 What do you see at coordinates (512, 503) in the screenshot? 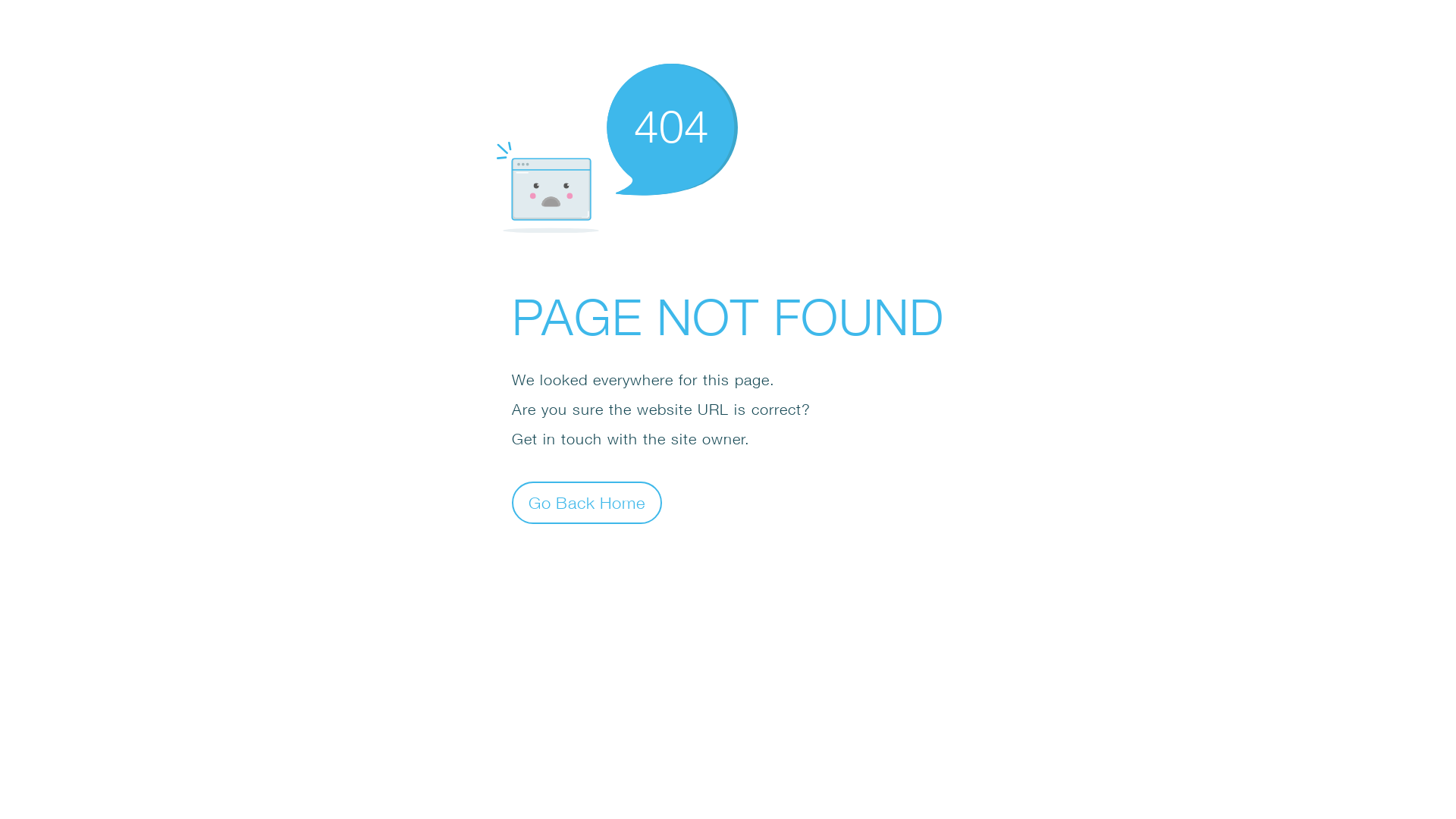
I see `'Go Back Home'` at bounding box center [512, 503].